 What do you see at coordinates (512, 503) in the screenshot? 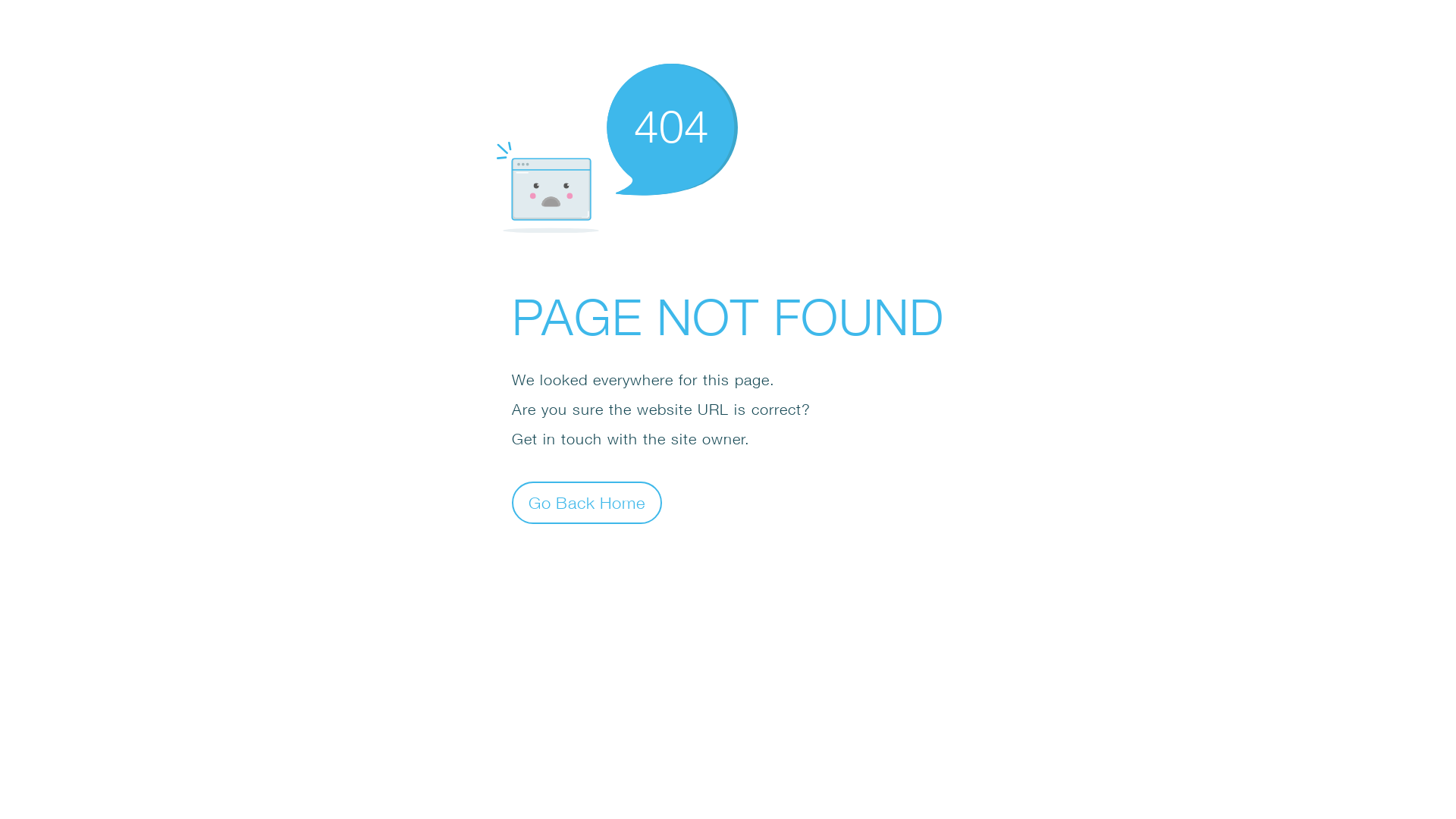
I see `'Go Back Home'` at bounding box center [512, 503].